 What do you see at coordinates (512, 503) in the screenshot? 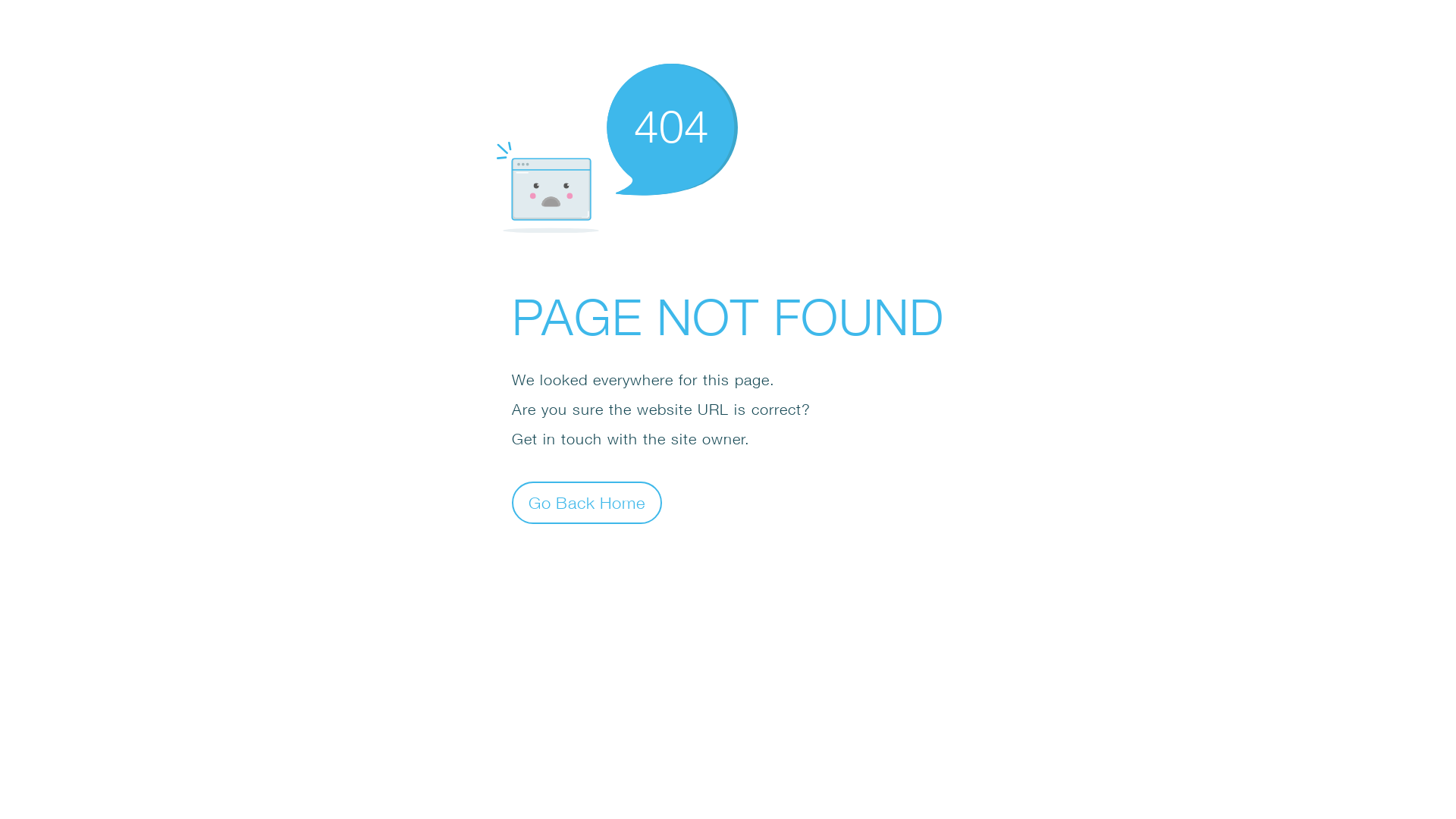
I see `'Go Back Home'` at bounding box center [512, 503].